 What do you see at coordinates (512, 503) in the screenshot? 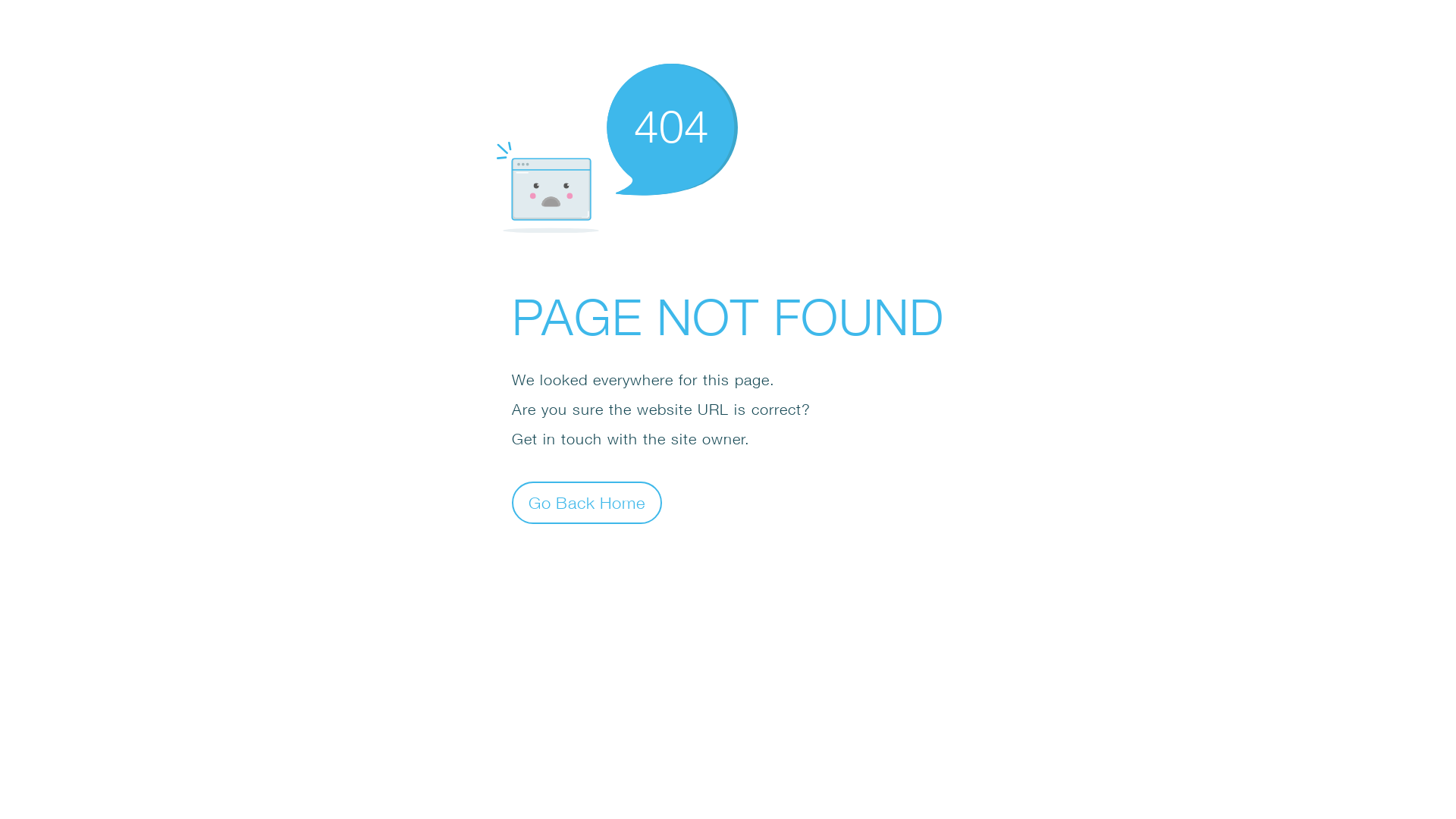
I see `'Go Back Home'` at bounding box center [512, 503].